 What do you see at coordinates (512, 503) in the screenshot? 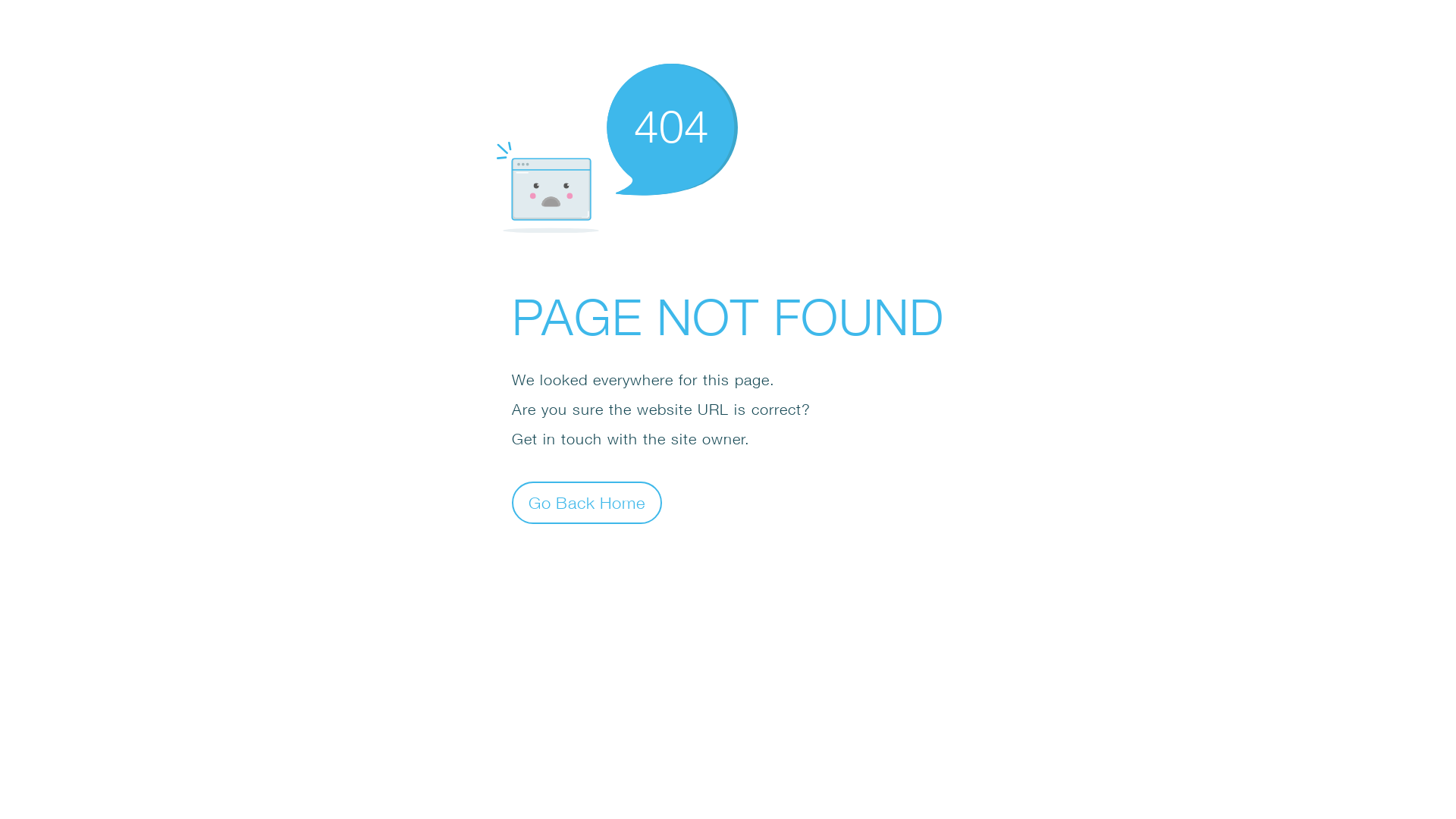
I see `'Go Back Home'` at bounding box center [512, 503].